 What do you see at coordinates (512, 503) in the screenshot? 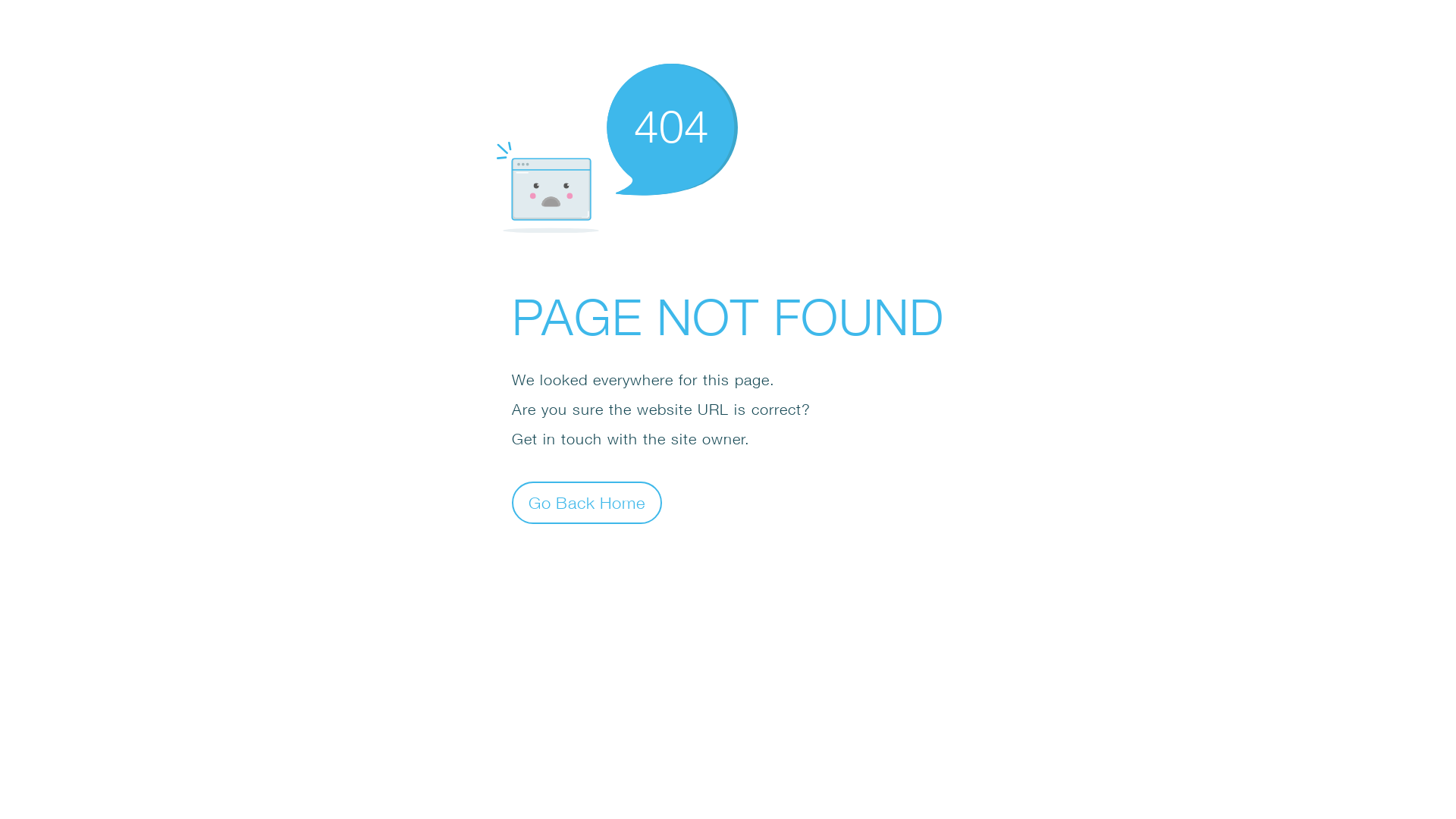
I see `'Go Back Home'` at bounding box center [512, 503].